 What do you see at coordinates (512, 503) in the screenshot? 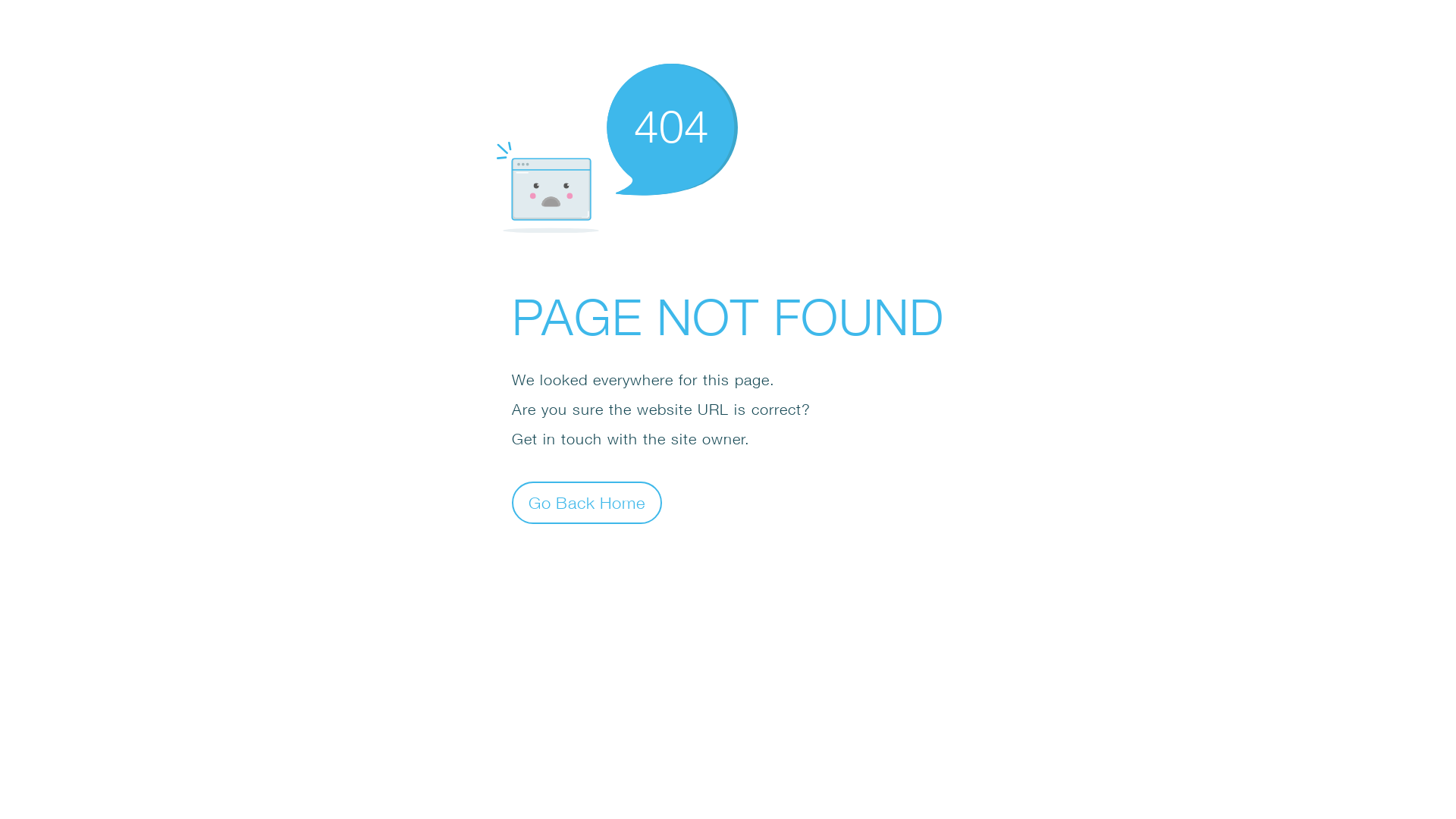
I see `'Go Back Home'` at bounding box center [512, 503].